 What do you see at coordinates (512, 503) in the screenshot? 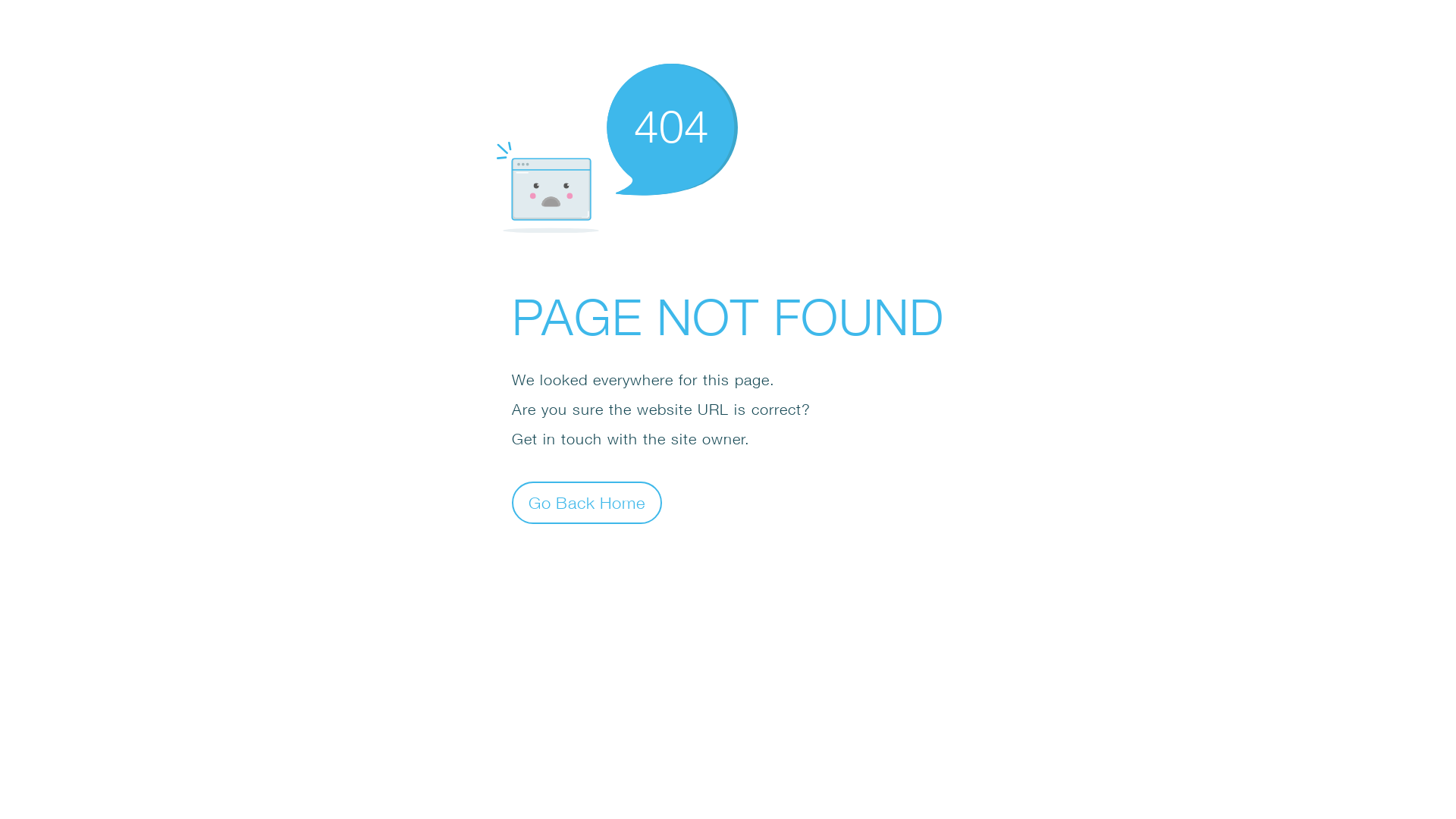
I see `'Go Back Home'` at bounding box center [512, 503].